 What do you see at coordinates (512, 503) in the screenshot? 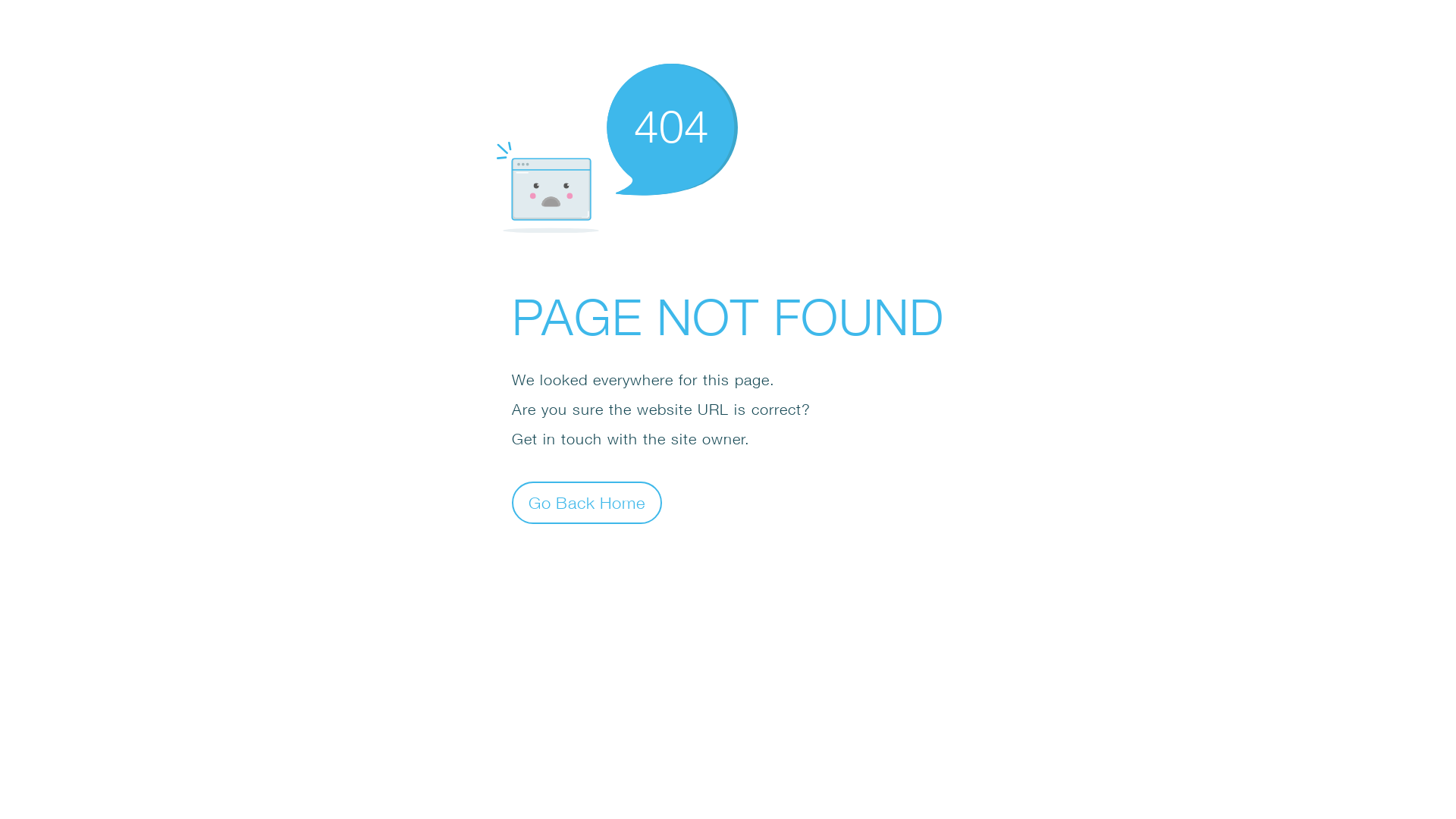
I see `'Go Back Home'` at bounding box center [512, 503].